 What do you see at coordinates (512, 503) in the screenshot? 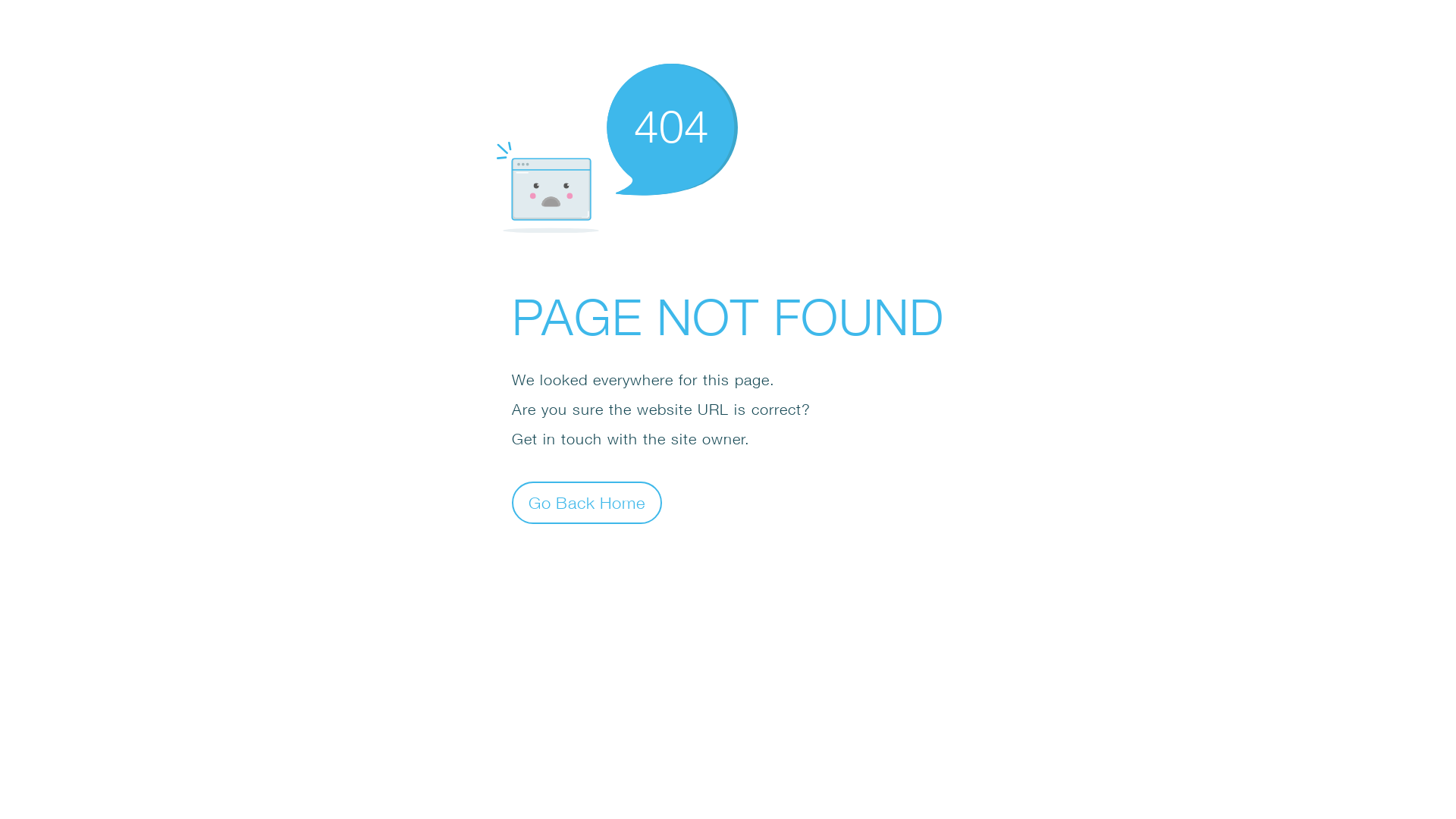
I see `'Go Back Home'` at bounding box center [512, 503].